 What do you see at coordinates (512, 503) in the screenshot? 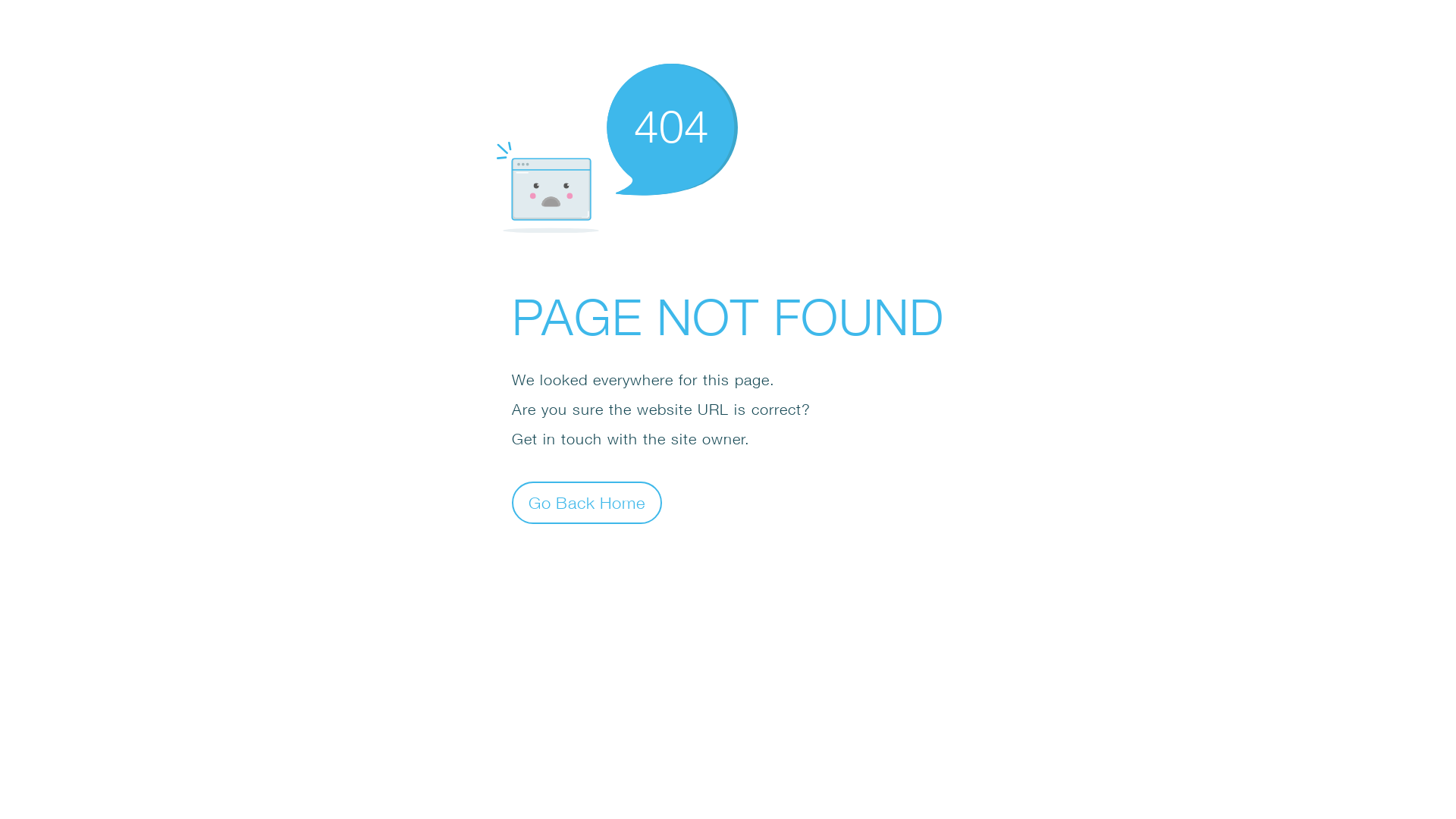
I see `'Go Back Home'` at bounding box center [512, 503].